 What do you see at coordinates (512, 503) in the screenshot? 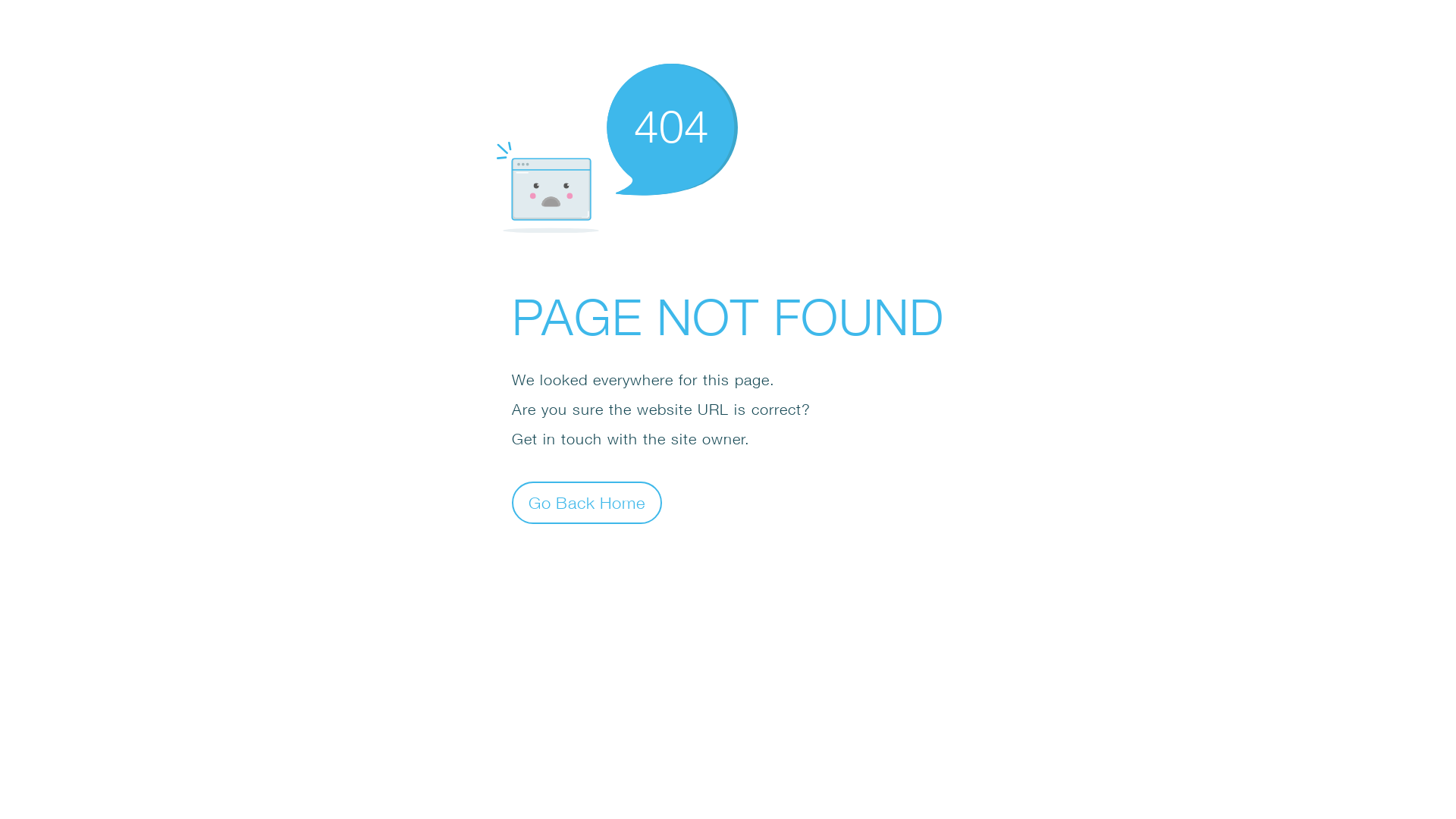
I see `'Go Back Home'` at bounding box center [512, 503].